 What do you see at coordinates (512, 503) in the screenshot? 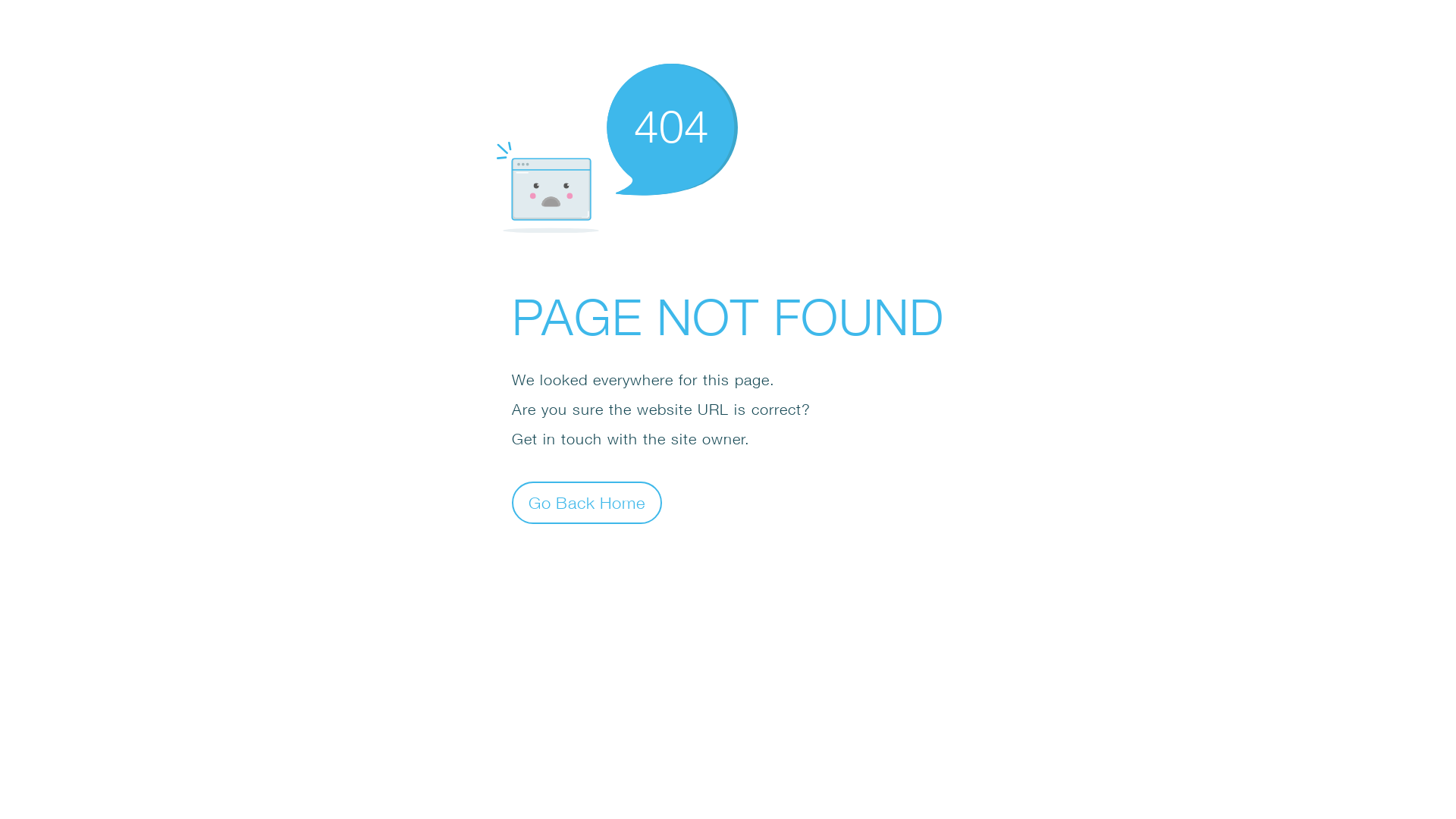
I see `'Go Back Home'` at bounding box center [512, 503].